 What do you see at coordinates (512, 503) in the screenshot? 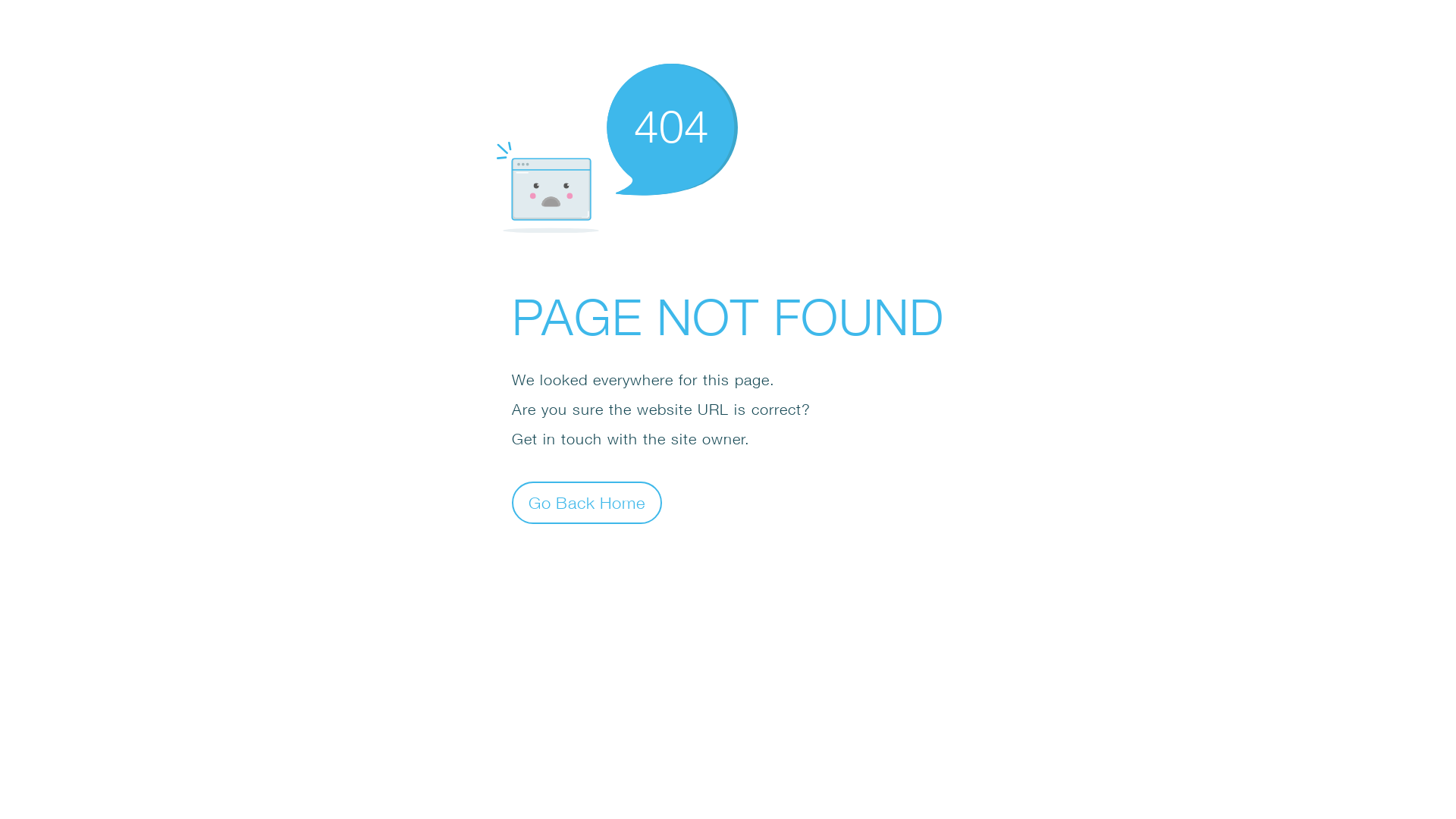
I see `'Go Back Home'` at bounding box center [512, 503].